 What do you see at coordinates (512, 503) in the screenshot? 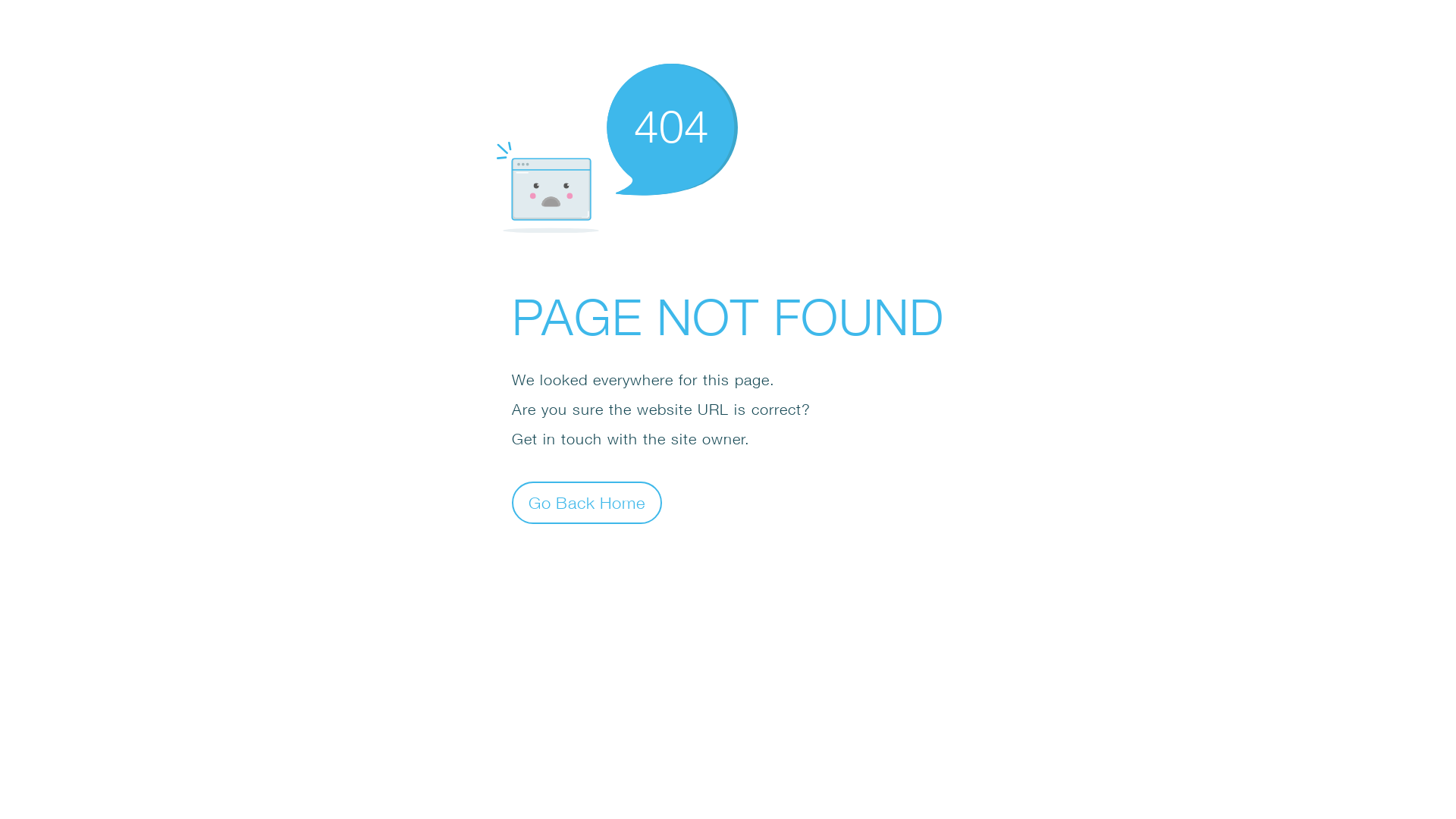
I see `'Go Back Home'` at bounding box center [512, 503].